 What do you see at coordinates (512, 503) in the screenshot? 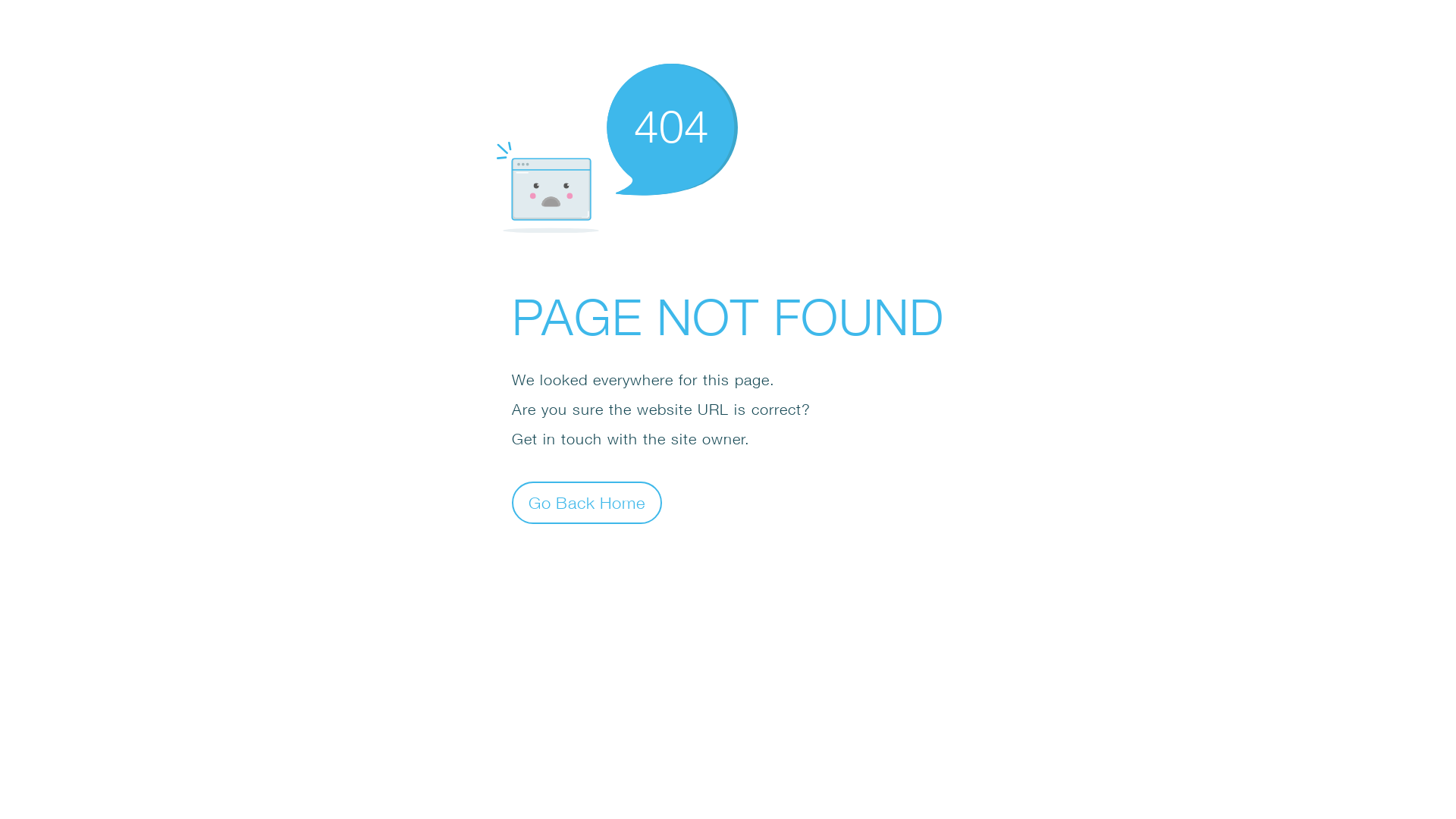
I see `'Go Back Home'` at bounding box center [512, 503].